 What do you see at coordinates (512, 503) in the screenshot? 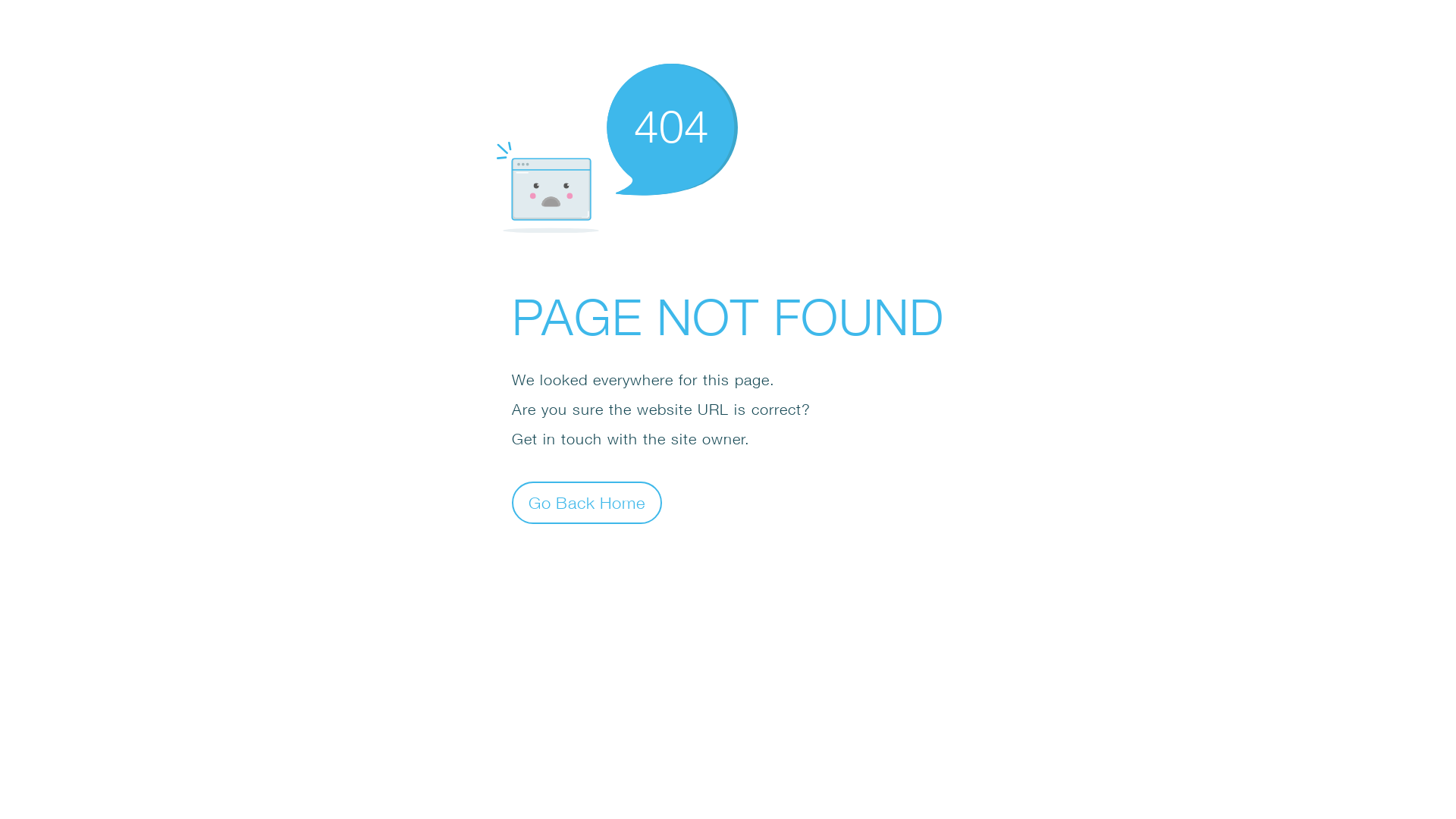
I see `'Go Back Home'` at bounding box center [512, 503].